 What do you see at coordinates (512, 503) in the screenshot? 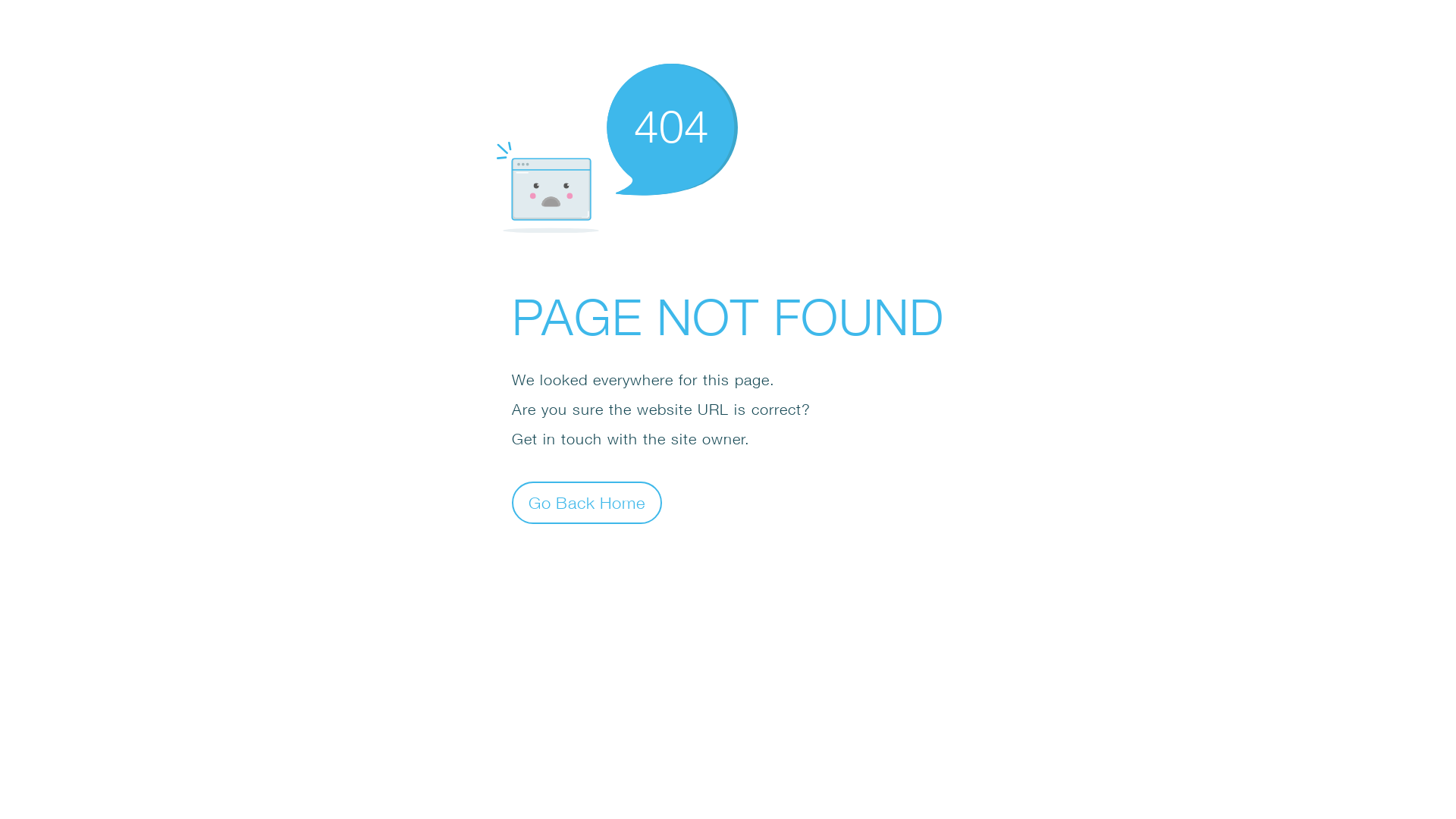
I see `'Go Back Home'` at bounding box center [512, 503].